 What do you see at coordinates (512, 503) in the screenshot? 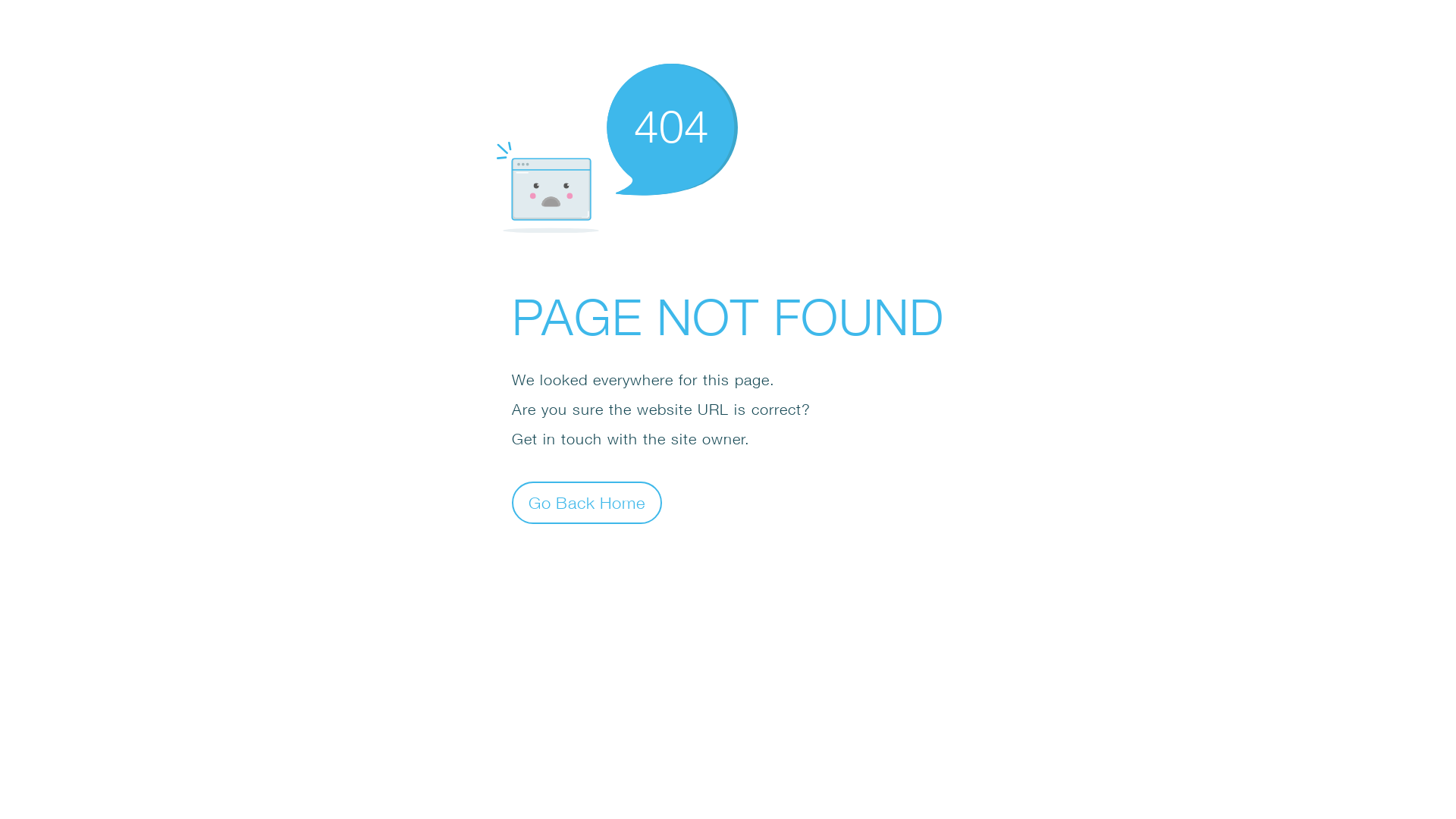
I see `'Go Back Home'` at bounding box center [512, 503].